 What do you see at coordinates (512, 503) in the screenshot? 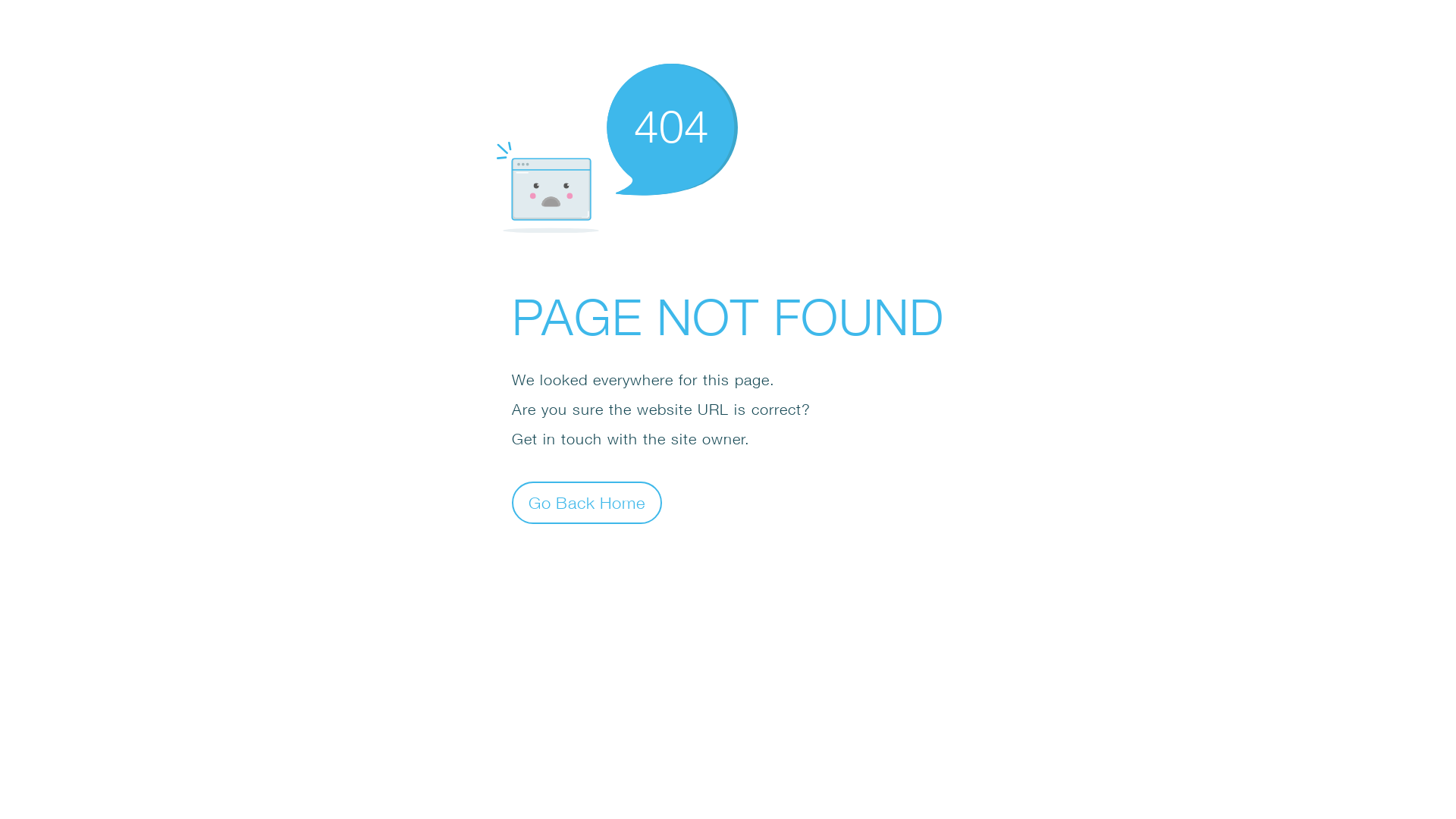
I see `'Go Back Home'` at bounding box center [512, 503].